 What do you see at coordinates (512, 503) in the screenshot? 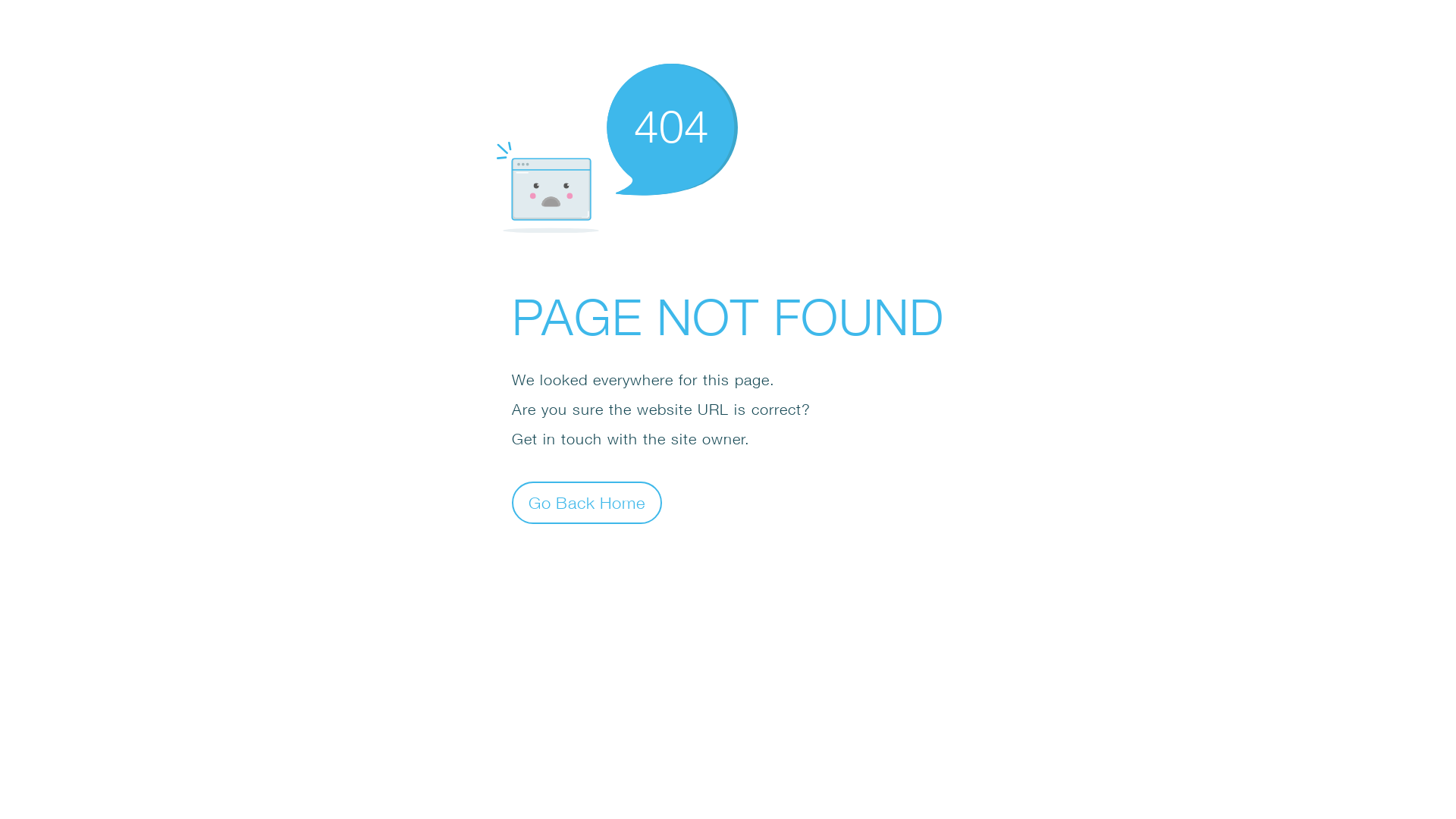
I see `'Go Back Home'` at bounding box center [512, 503].